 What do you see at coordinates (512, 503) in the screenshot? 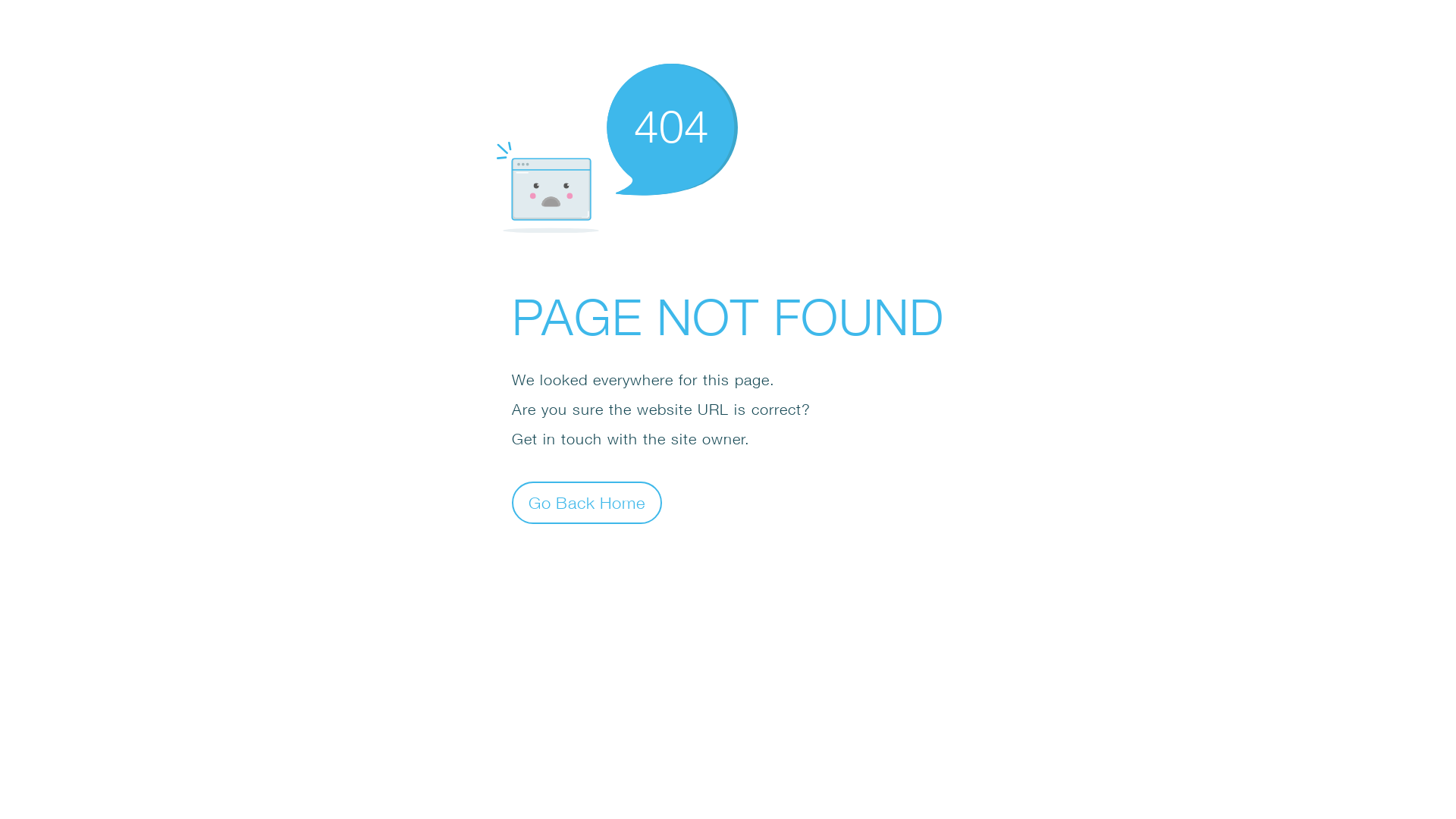
I see `'Go Back Home'` at bounding box center [512, 503].